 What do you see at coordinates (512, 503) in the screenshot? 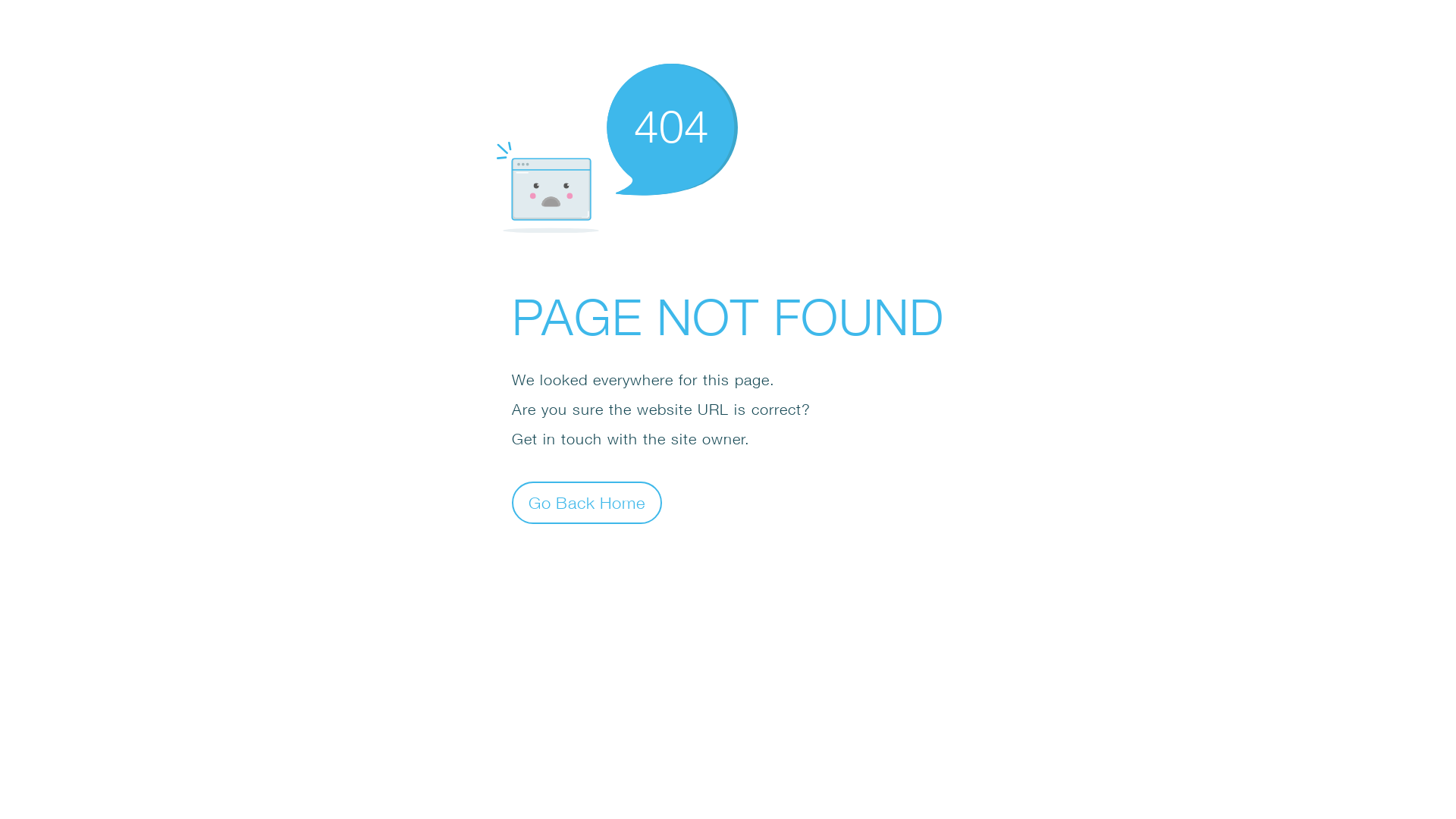
I see `'Go Back Home'` at bounding box center [512, 503].